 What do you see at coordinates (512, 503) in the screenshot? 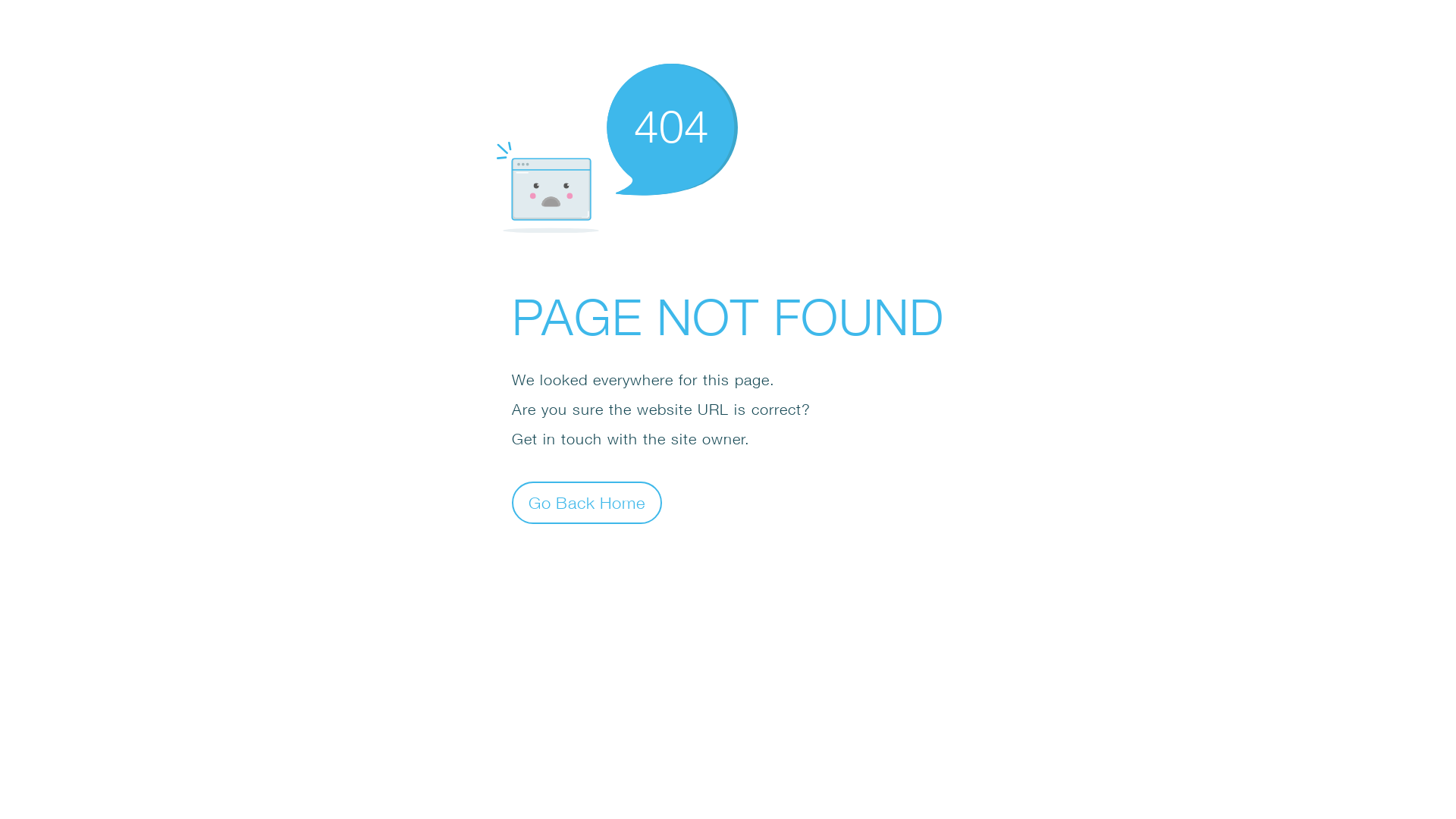
I see `'Go Back Home'` at bounding box center [512, 503].